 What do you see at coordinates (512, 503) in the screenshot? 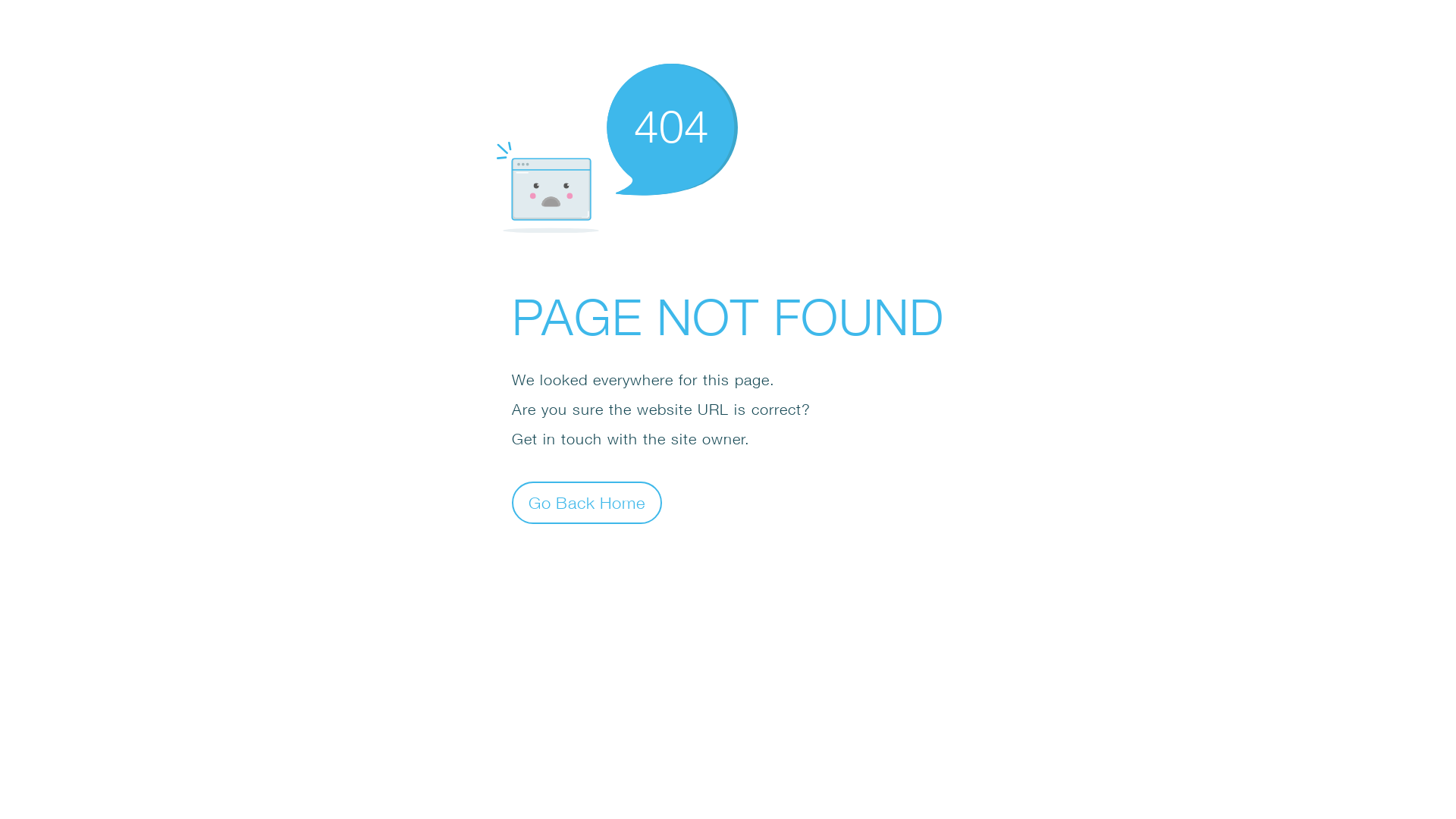
I see `'Go Back Home'` at bounding box center [512, 503].